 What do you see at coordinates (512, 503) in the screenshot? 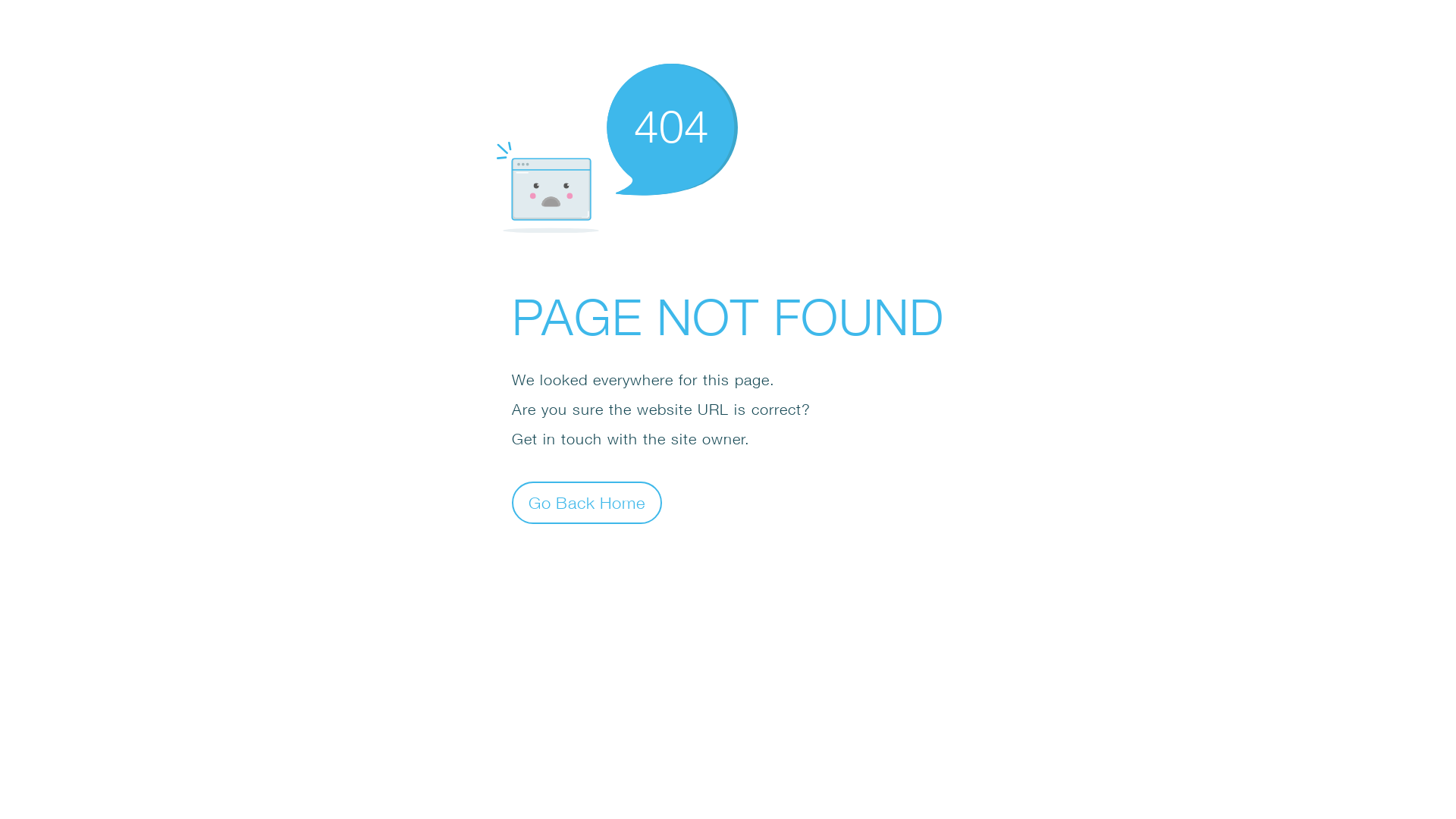
I see `'Go Back Home'` at bounding box center [512, 503].